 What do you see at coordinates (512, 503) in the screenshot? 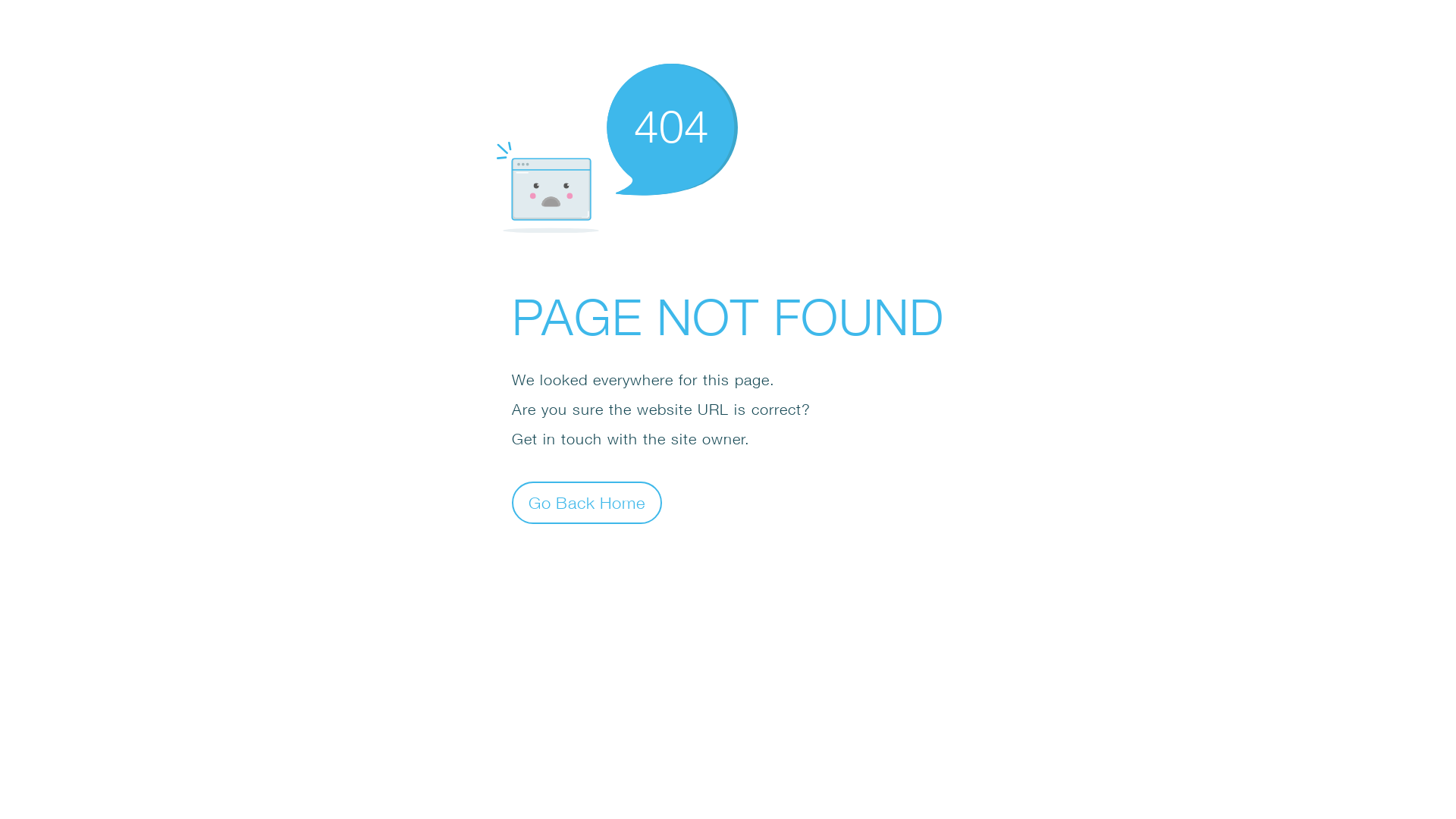
I see `'Go Back Home'` at bounding box center [512, 503].